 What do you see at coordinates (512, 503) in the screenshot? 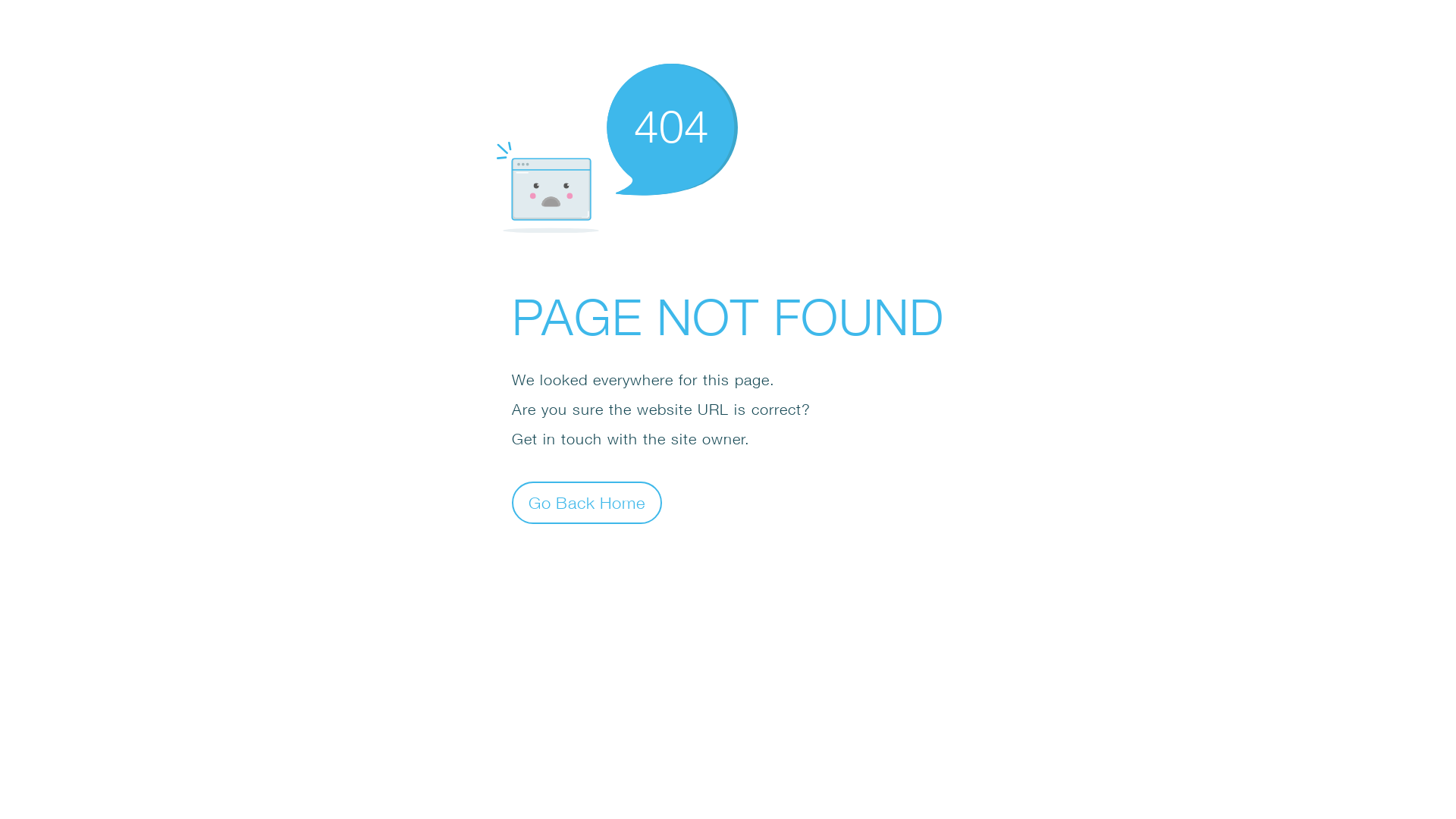
I see `'Go Back Home'` at bounding box center [512, 503].